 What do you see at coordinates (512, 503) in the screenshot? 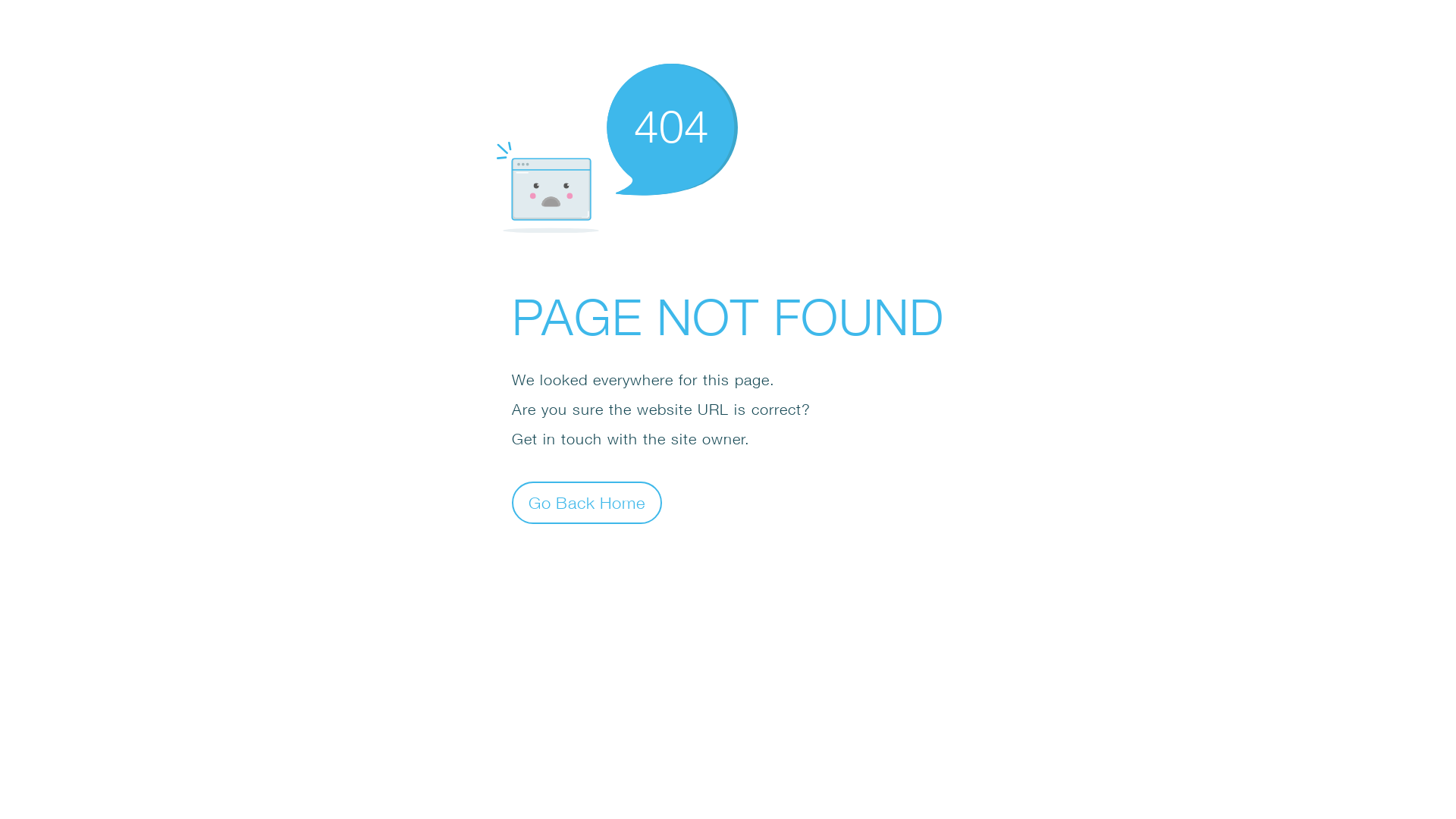
I see `'Go Back Home'` at bounding box center [512, 503].